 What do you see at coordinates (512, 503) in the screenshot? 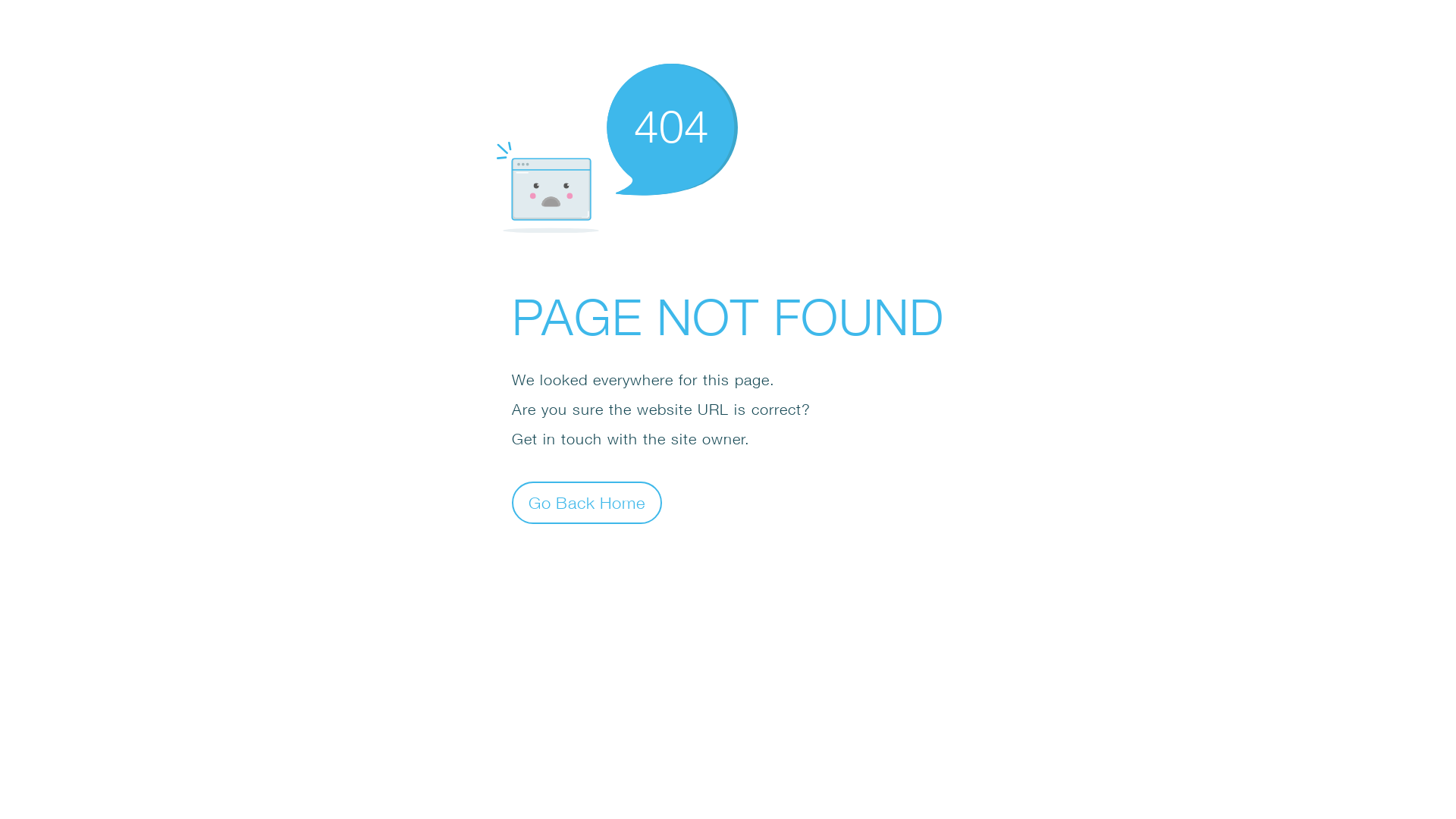
I see `'Go Back Home'` at bounding box center [512, 503].